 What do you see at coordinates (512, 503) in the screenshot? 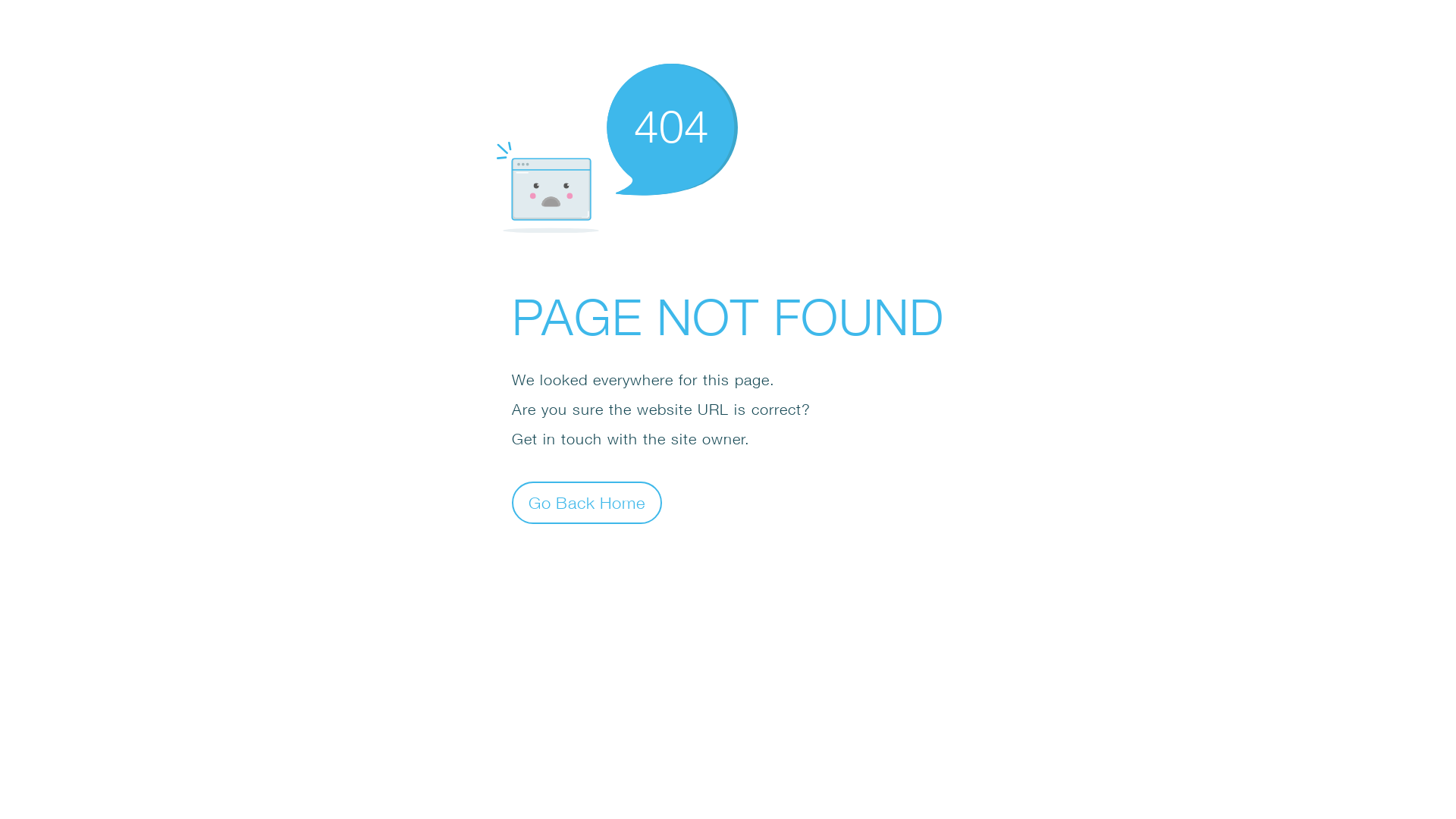
I see `'Go Back Home'` at bounding box center [512, 503].